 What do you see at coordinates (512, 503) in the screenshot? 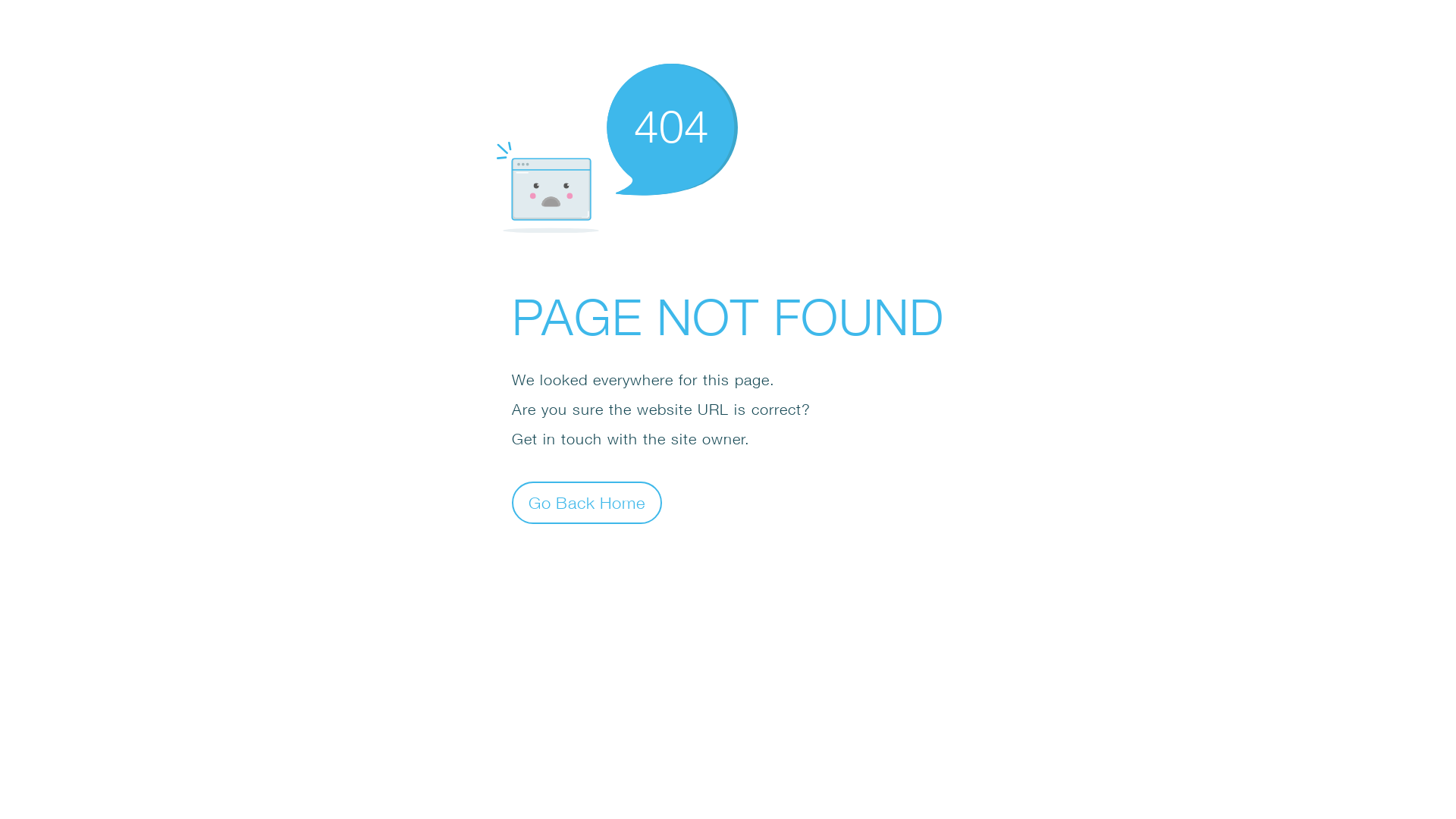
I see `'Go Back Home'` at bounding box center [512, 503].